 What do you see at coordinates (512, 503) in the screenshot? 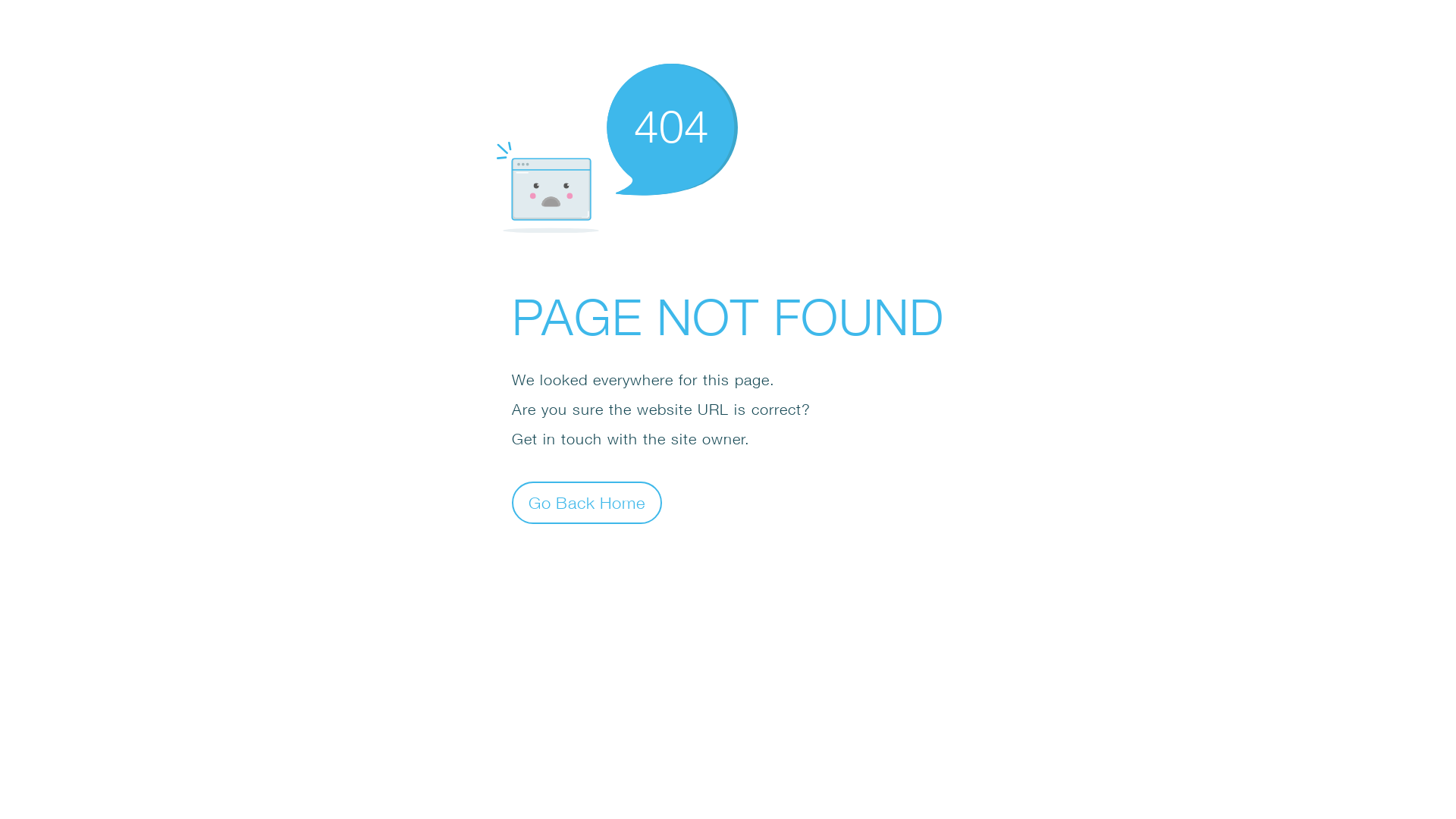
I see `'Go Back Home'` at bounding box center [512, 503].